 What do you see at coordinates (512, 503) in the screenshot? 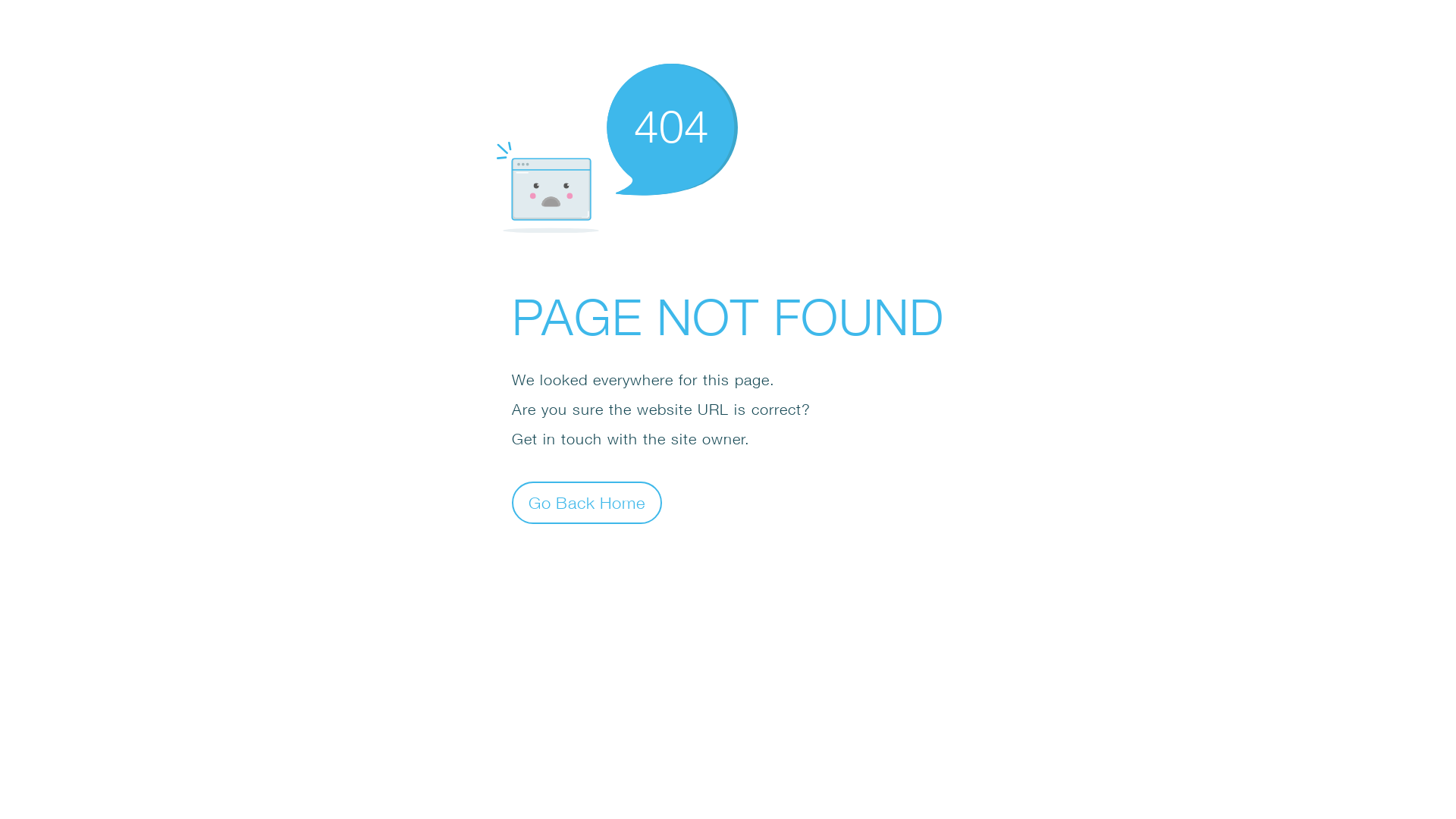
I see `'Go Back Home'` at bounding box center [512, 503].